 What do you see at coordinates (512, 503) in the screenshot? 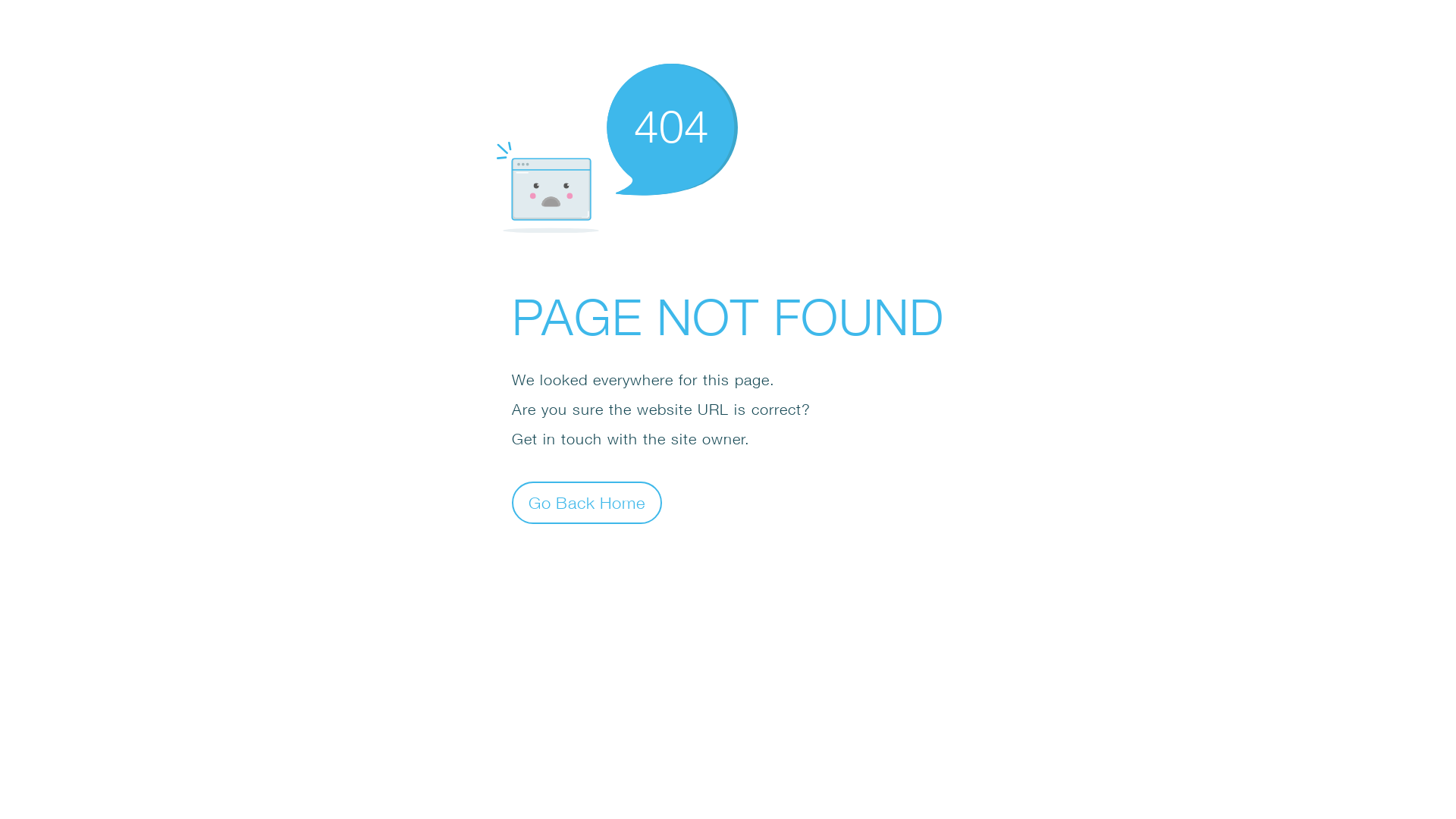
I see `'Go Back Home'` at bounding box center [512, 503].